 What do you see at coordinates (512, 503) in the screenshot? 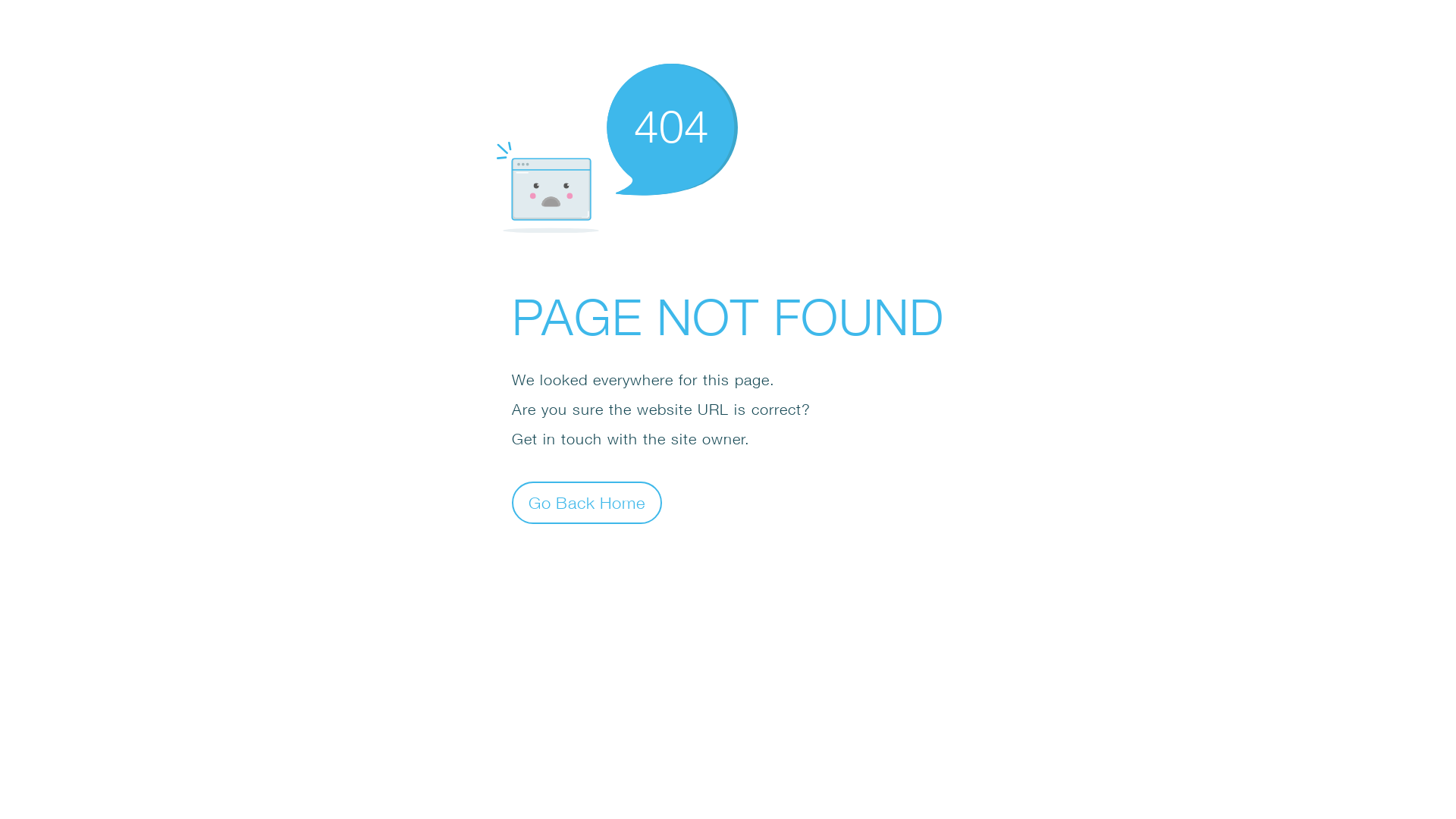
I see `'Go Back Home'` at bounding box center [512, 503].